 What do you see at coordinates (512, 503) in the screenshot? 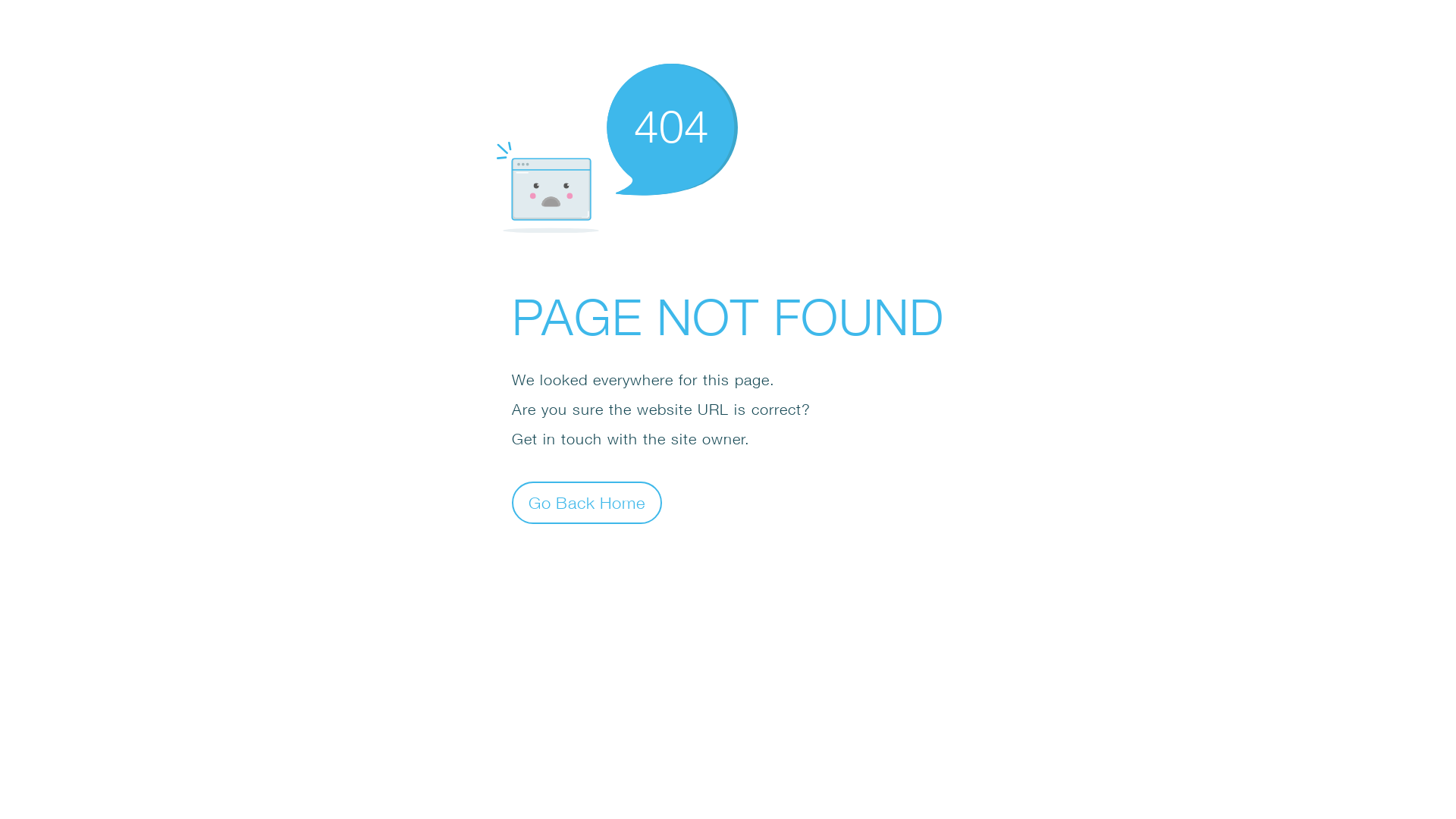
I see `'Go Back Home'` at bounding box center [512, 503].